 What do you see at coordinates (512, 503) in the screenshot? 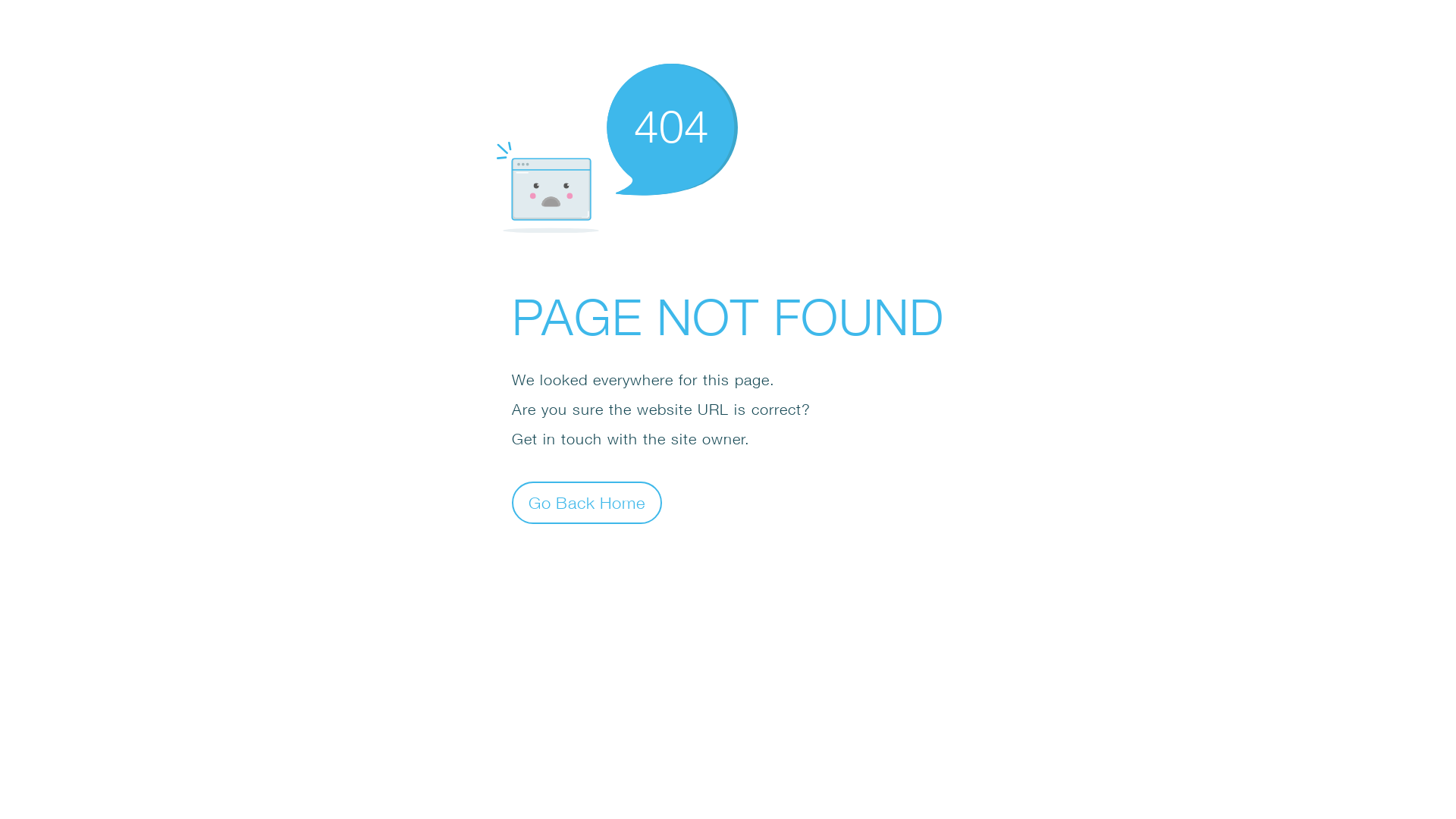
I see `'Go Back Home'` at bounding box center [512, 503].